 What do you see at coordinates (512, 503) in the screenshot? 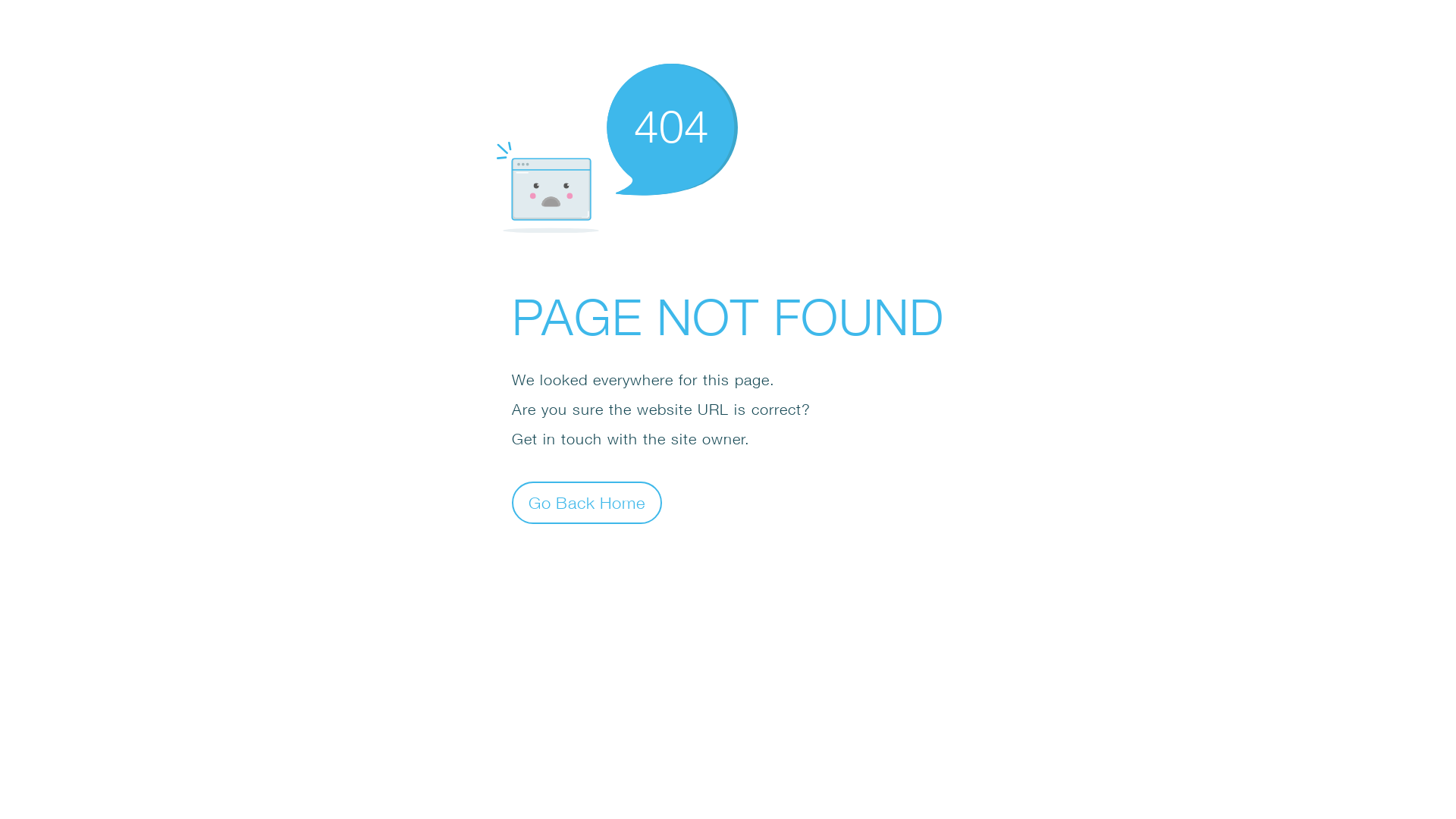
I see `'Go Back Home'` at bounding box center [512, 503].